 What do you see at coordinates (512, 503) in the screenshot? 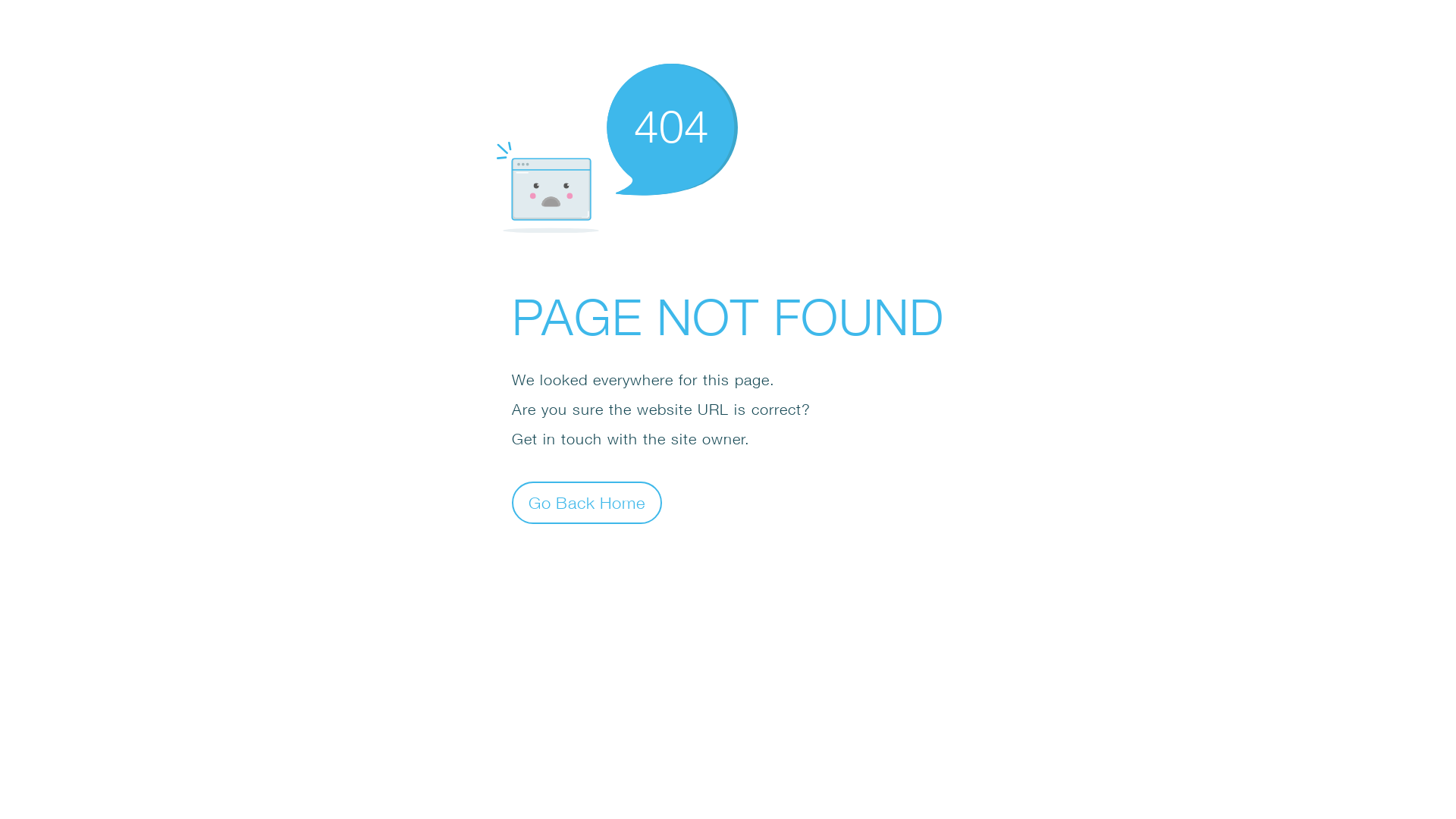
I see `'Go Back Home'` at bounding box center [512, 503].